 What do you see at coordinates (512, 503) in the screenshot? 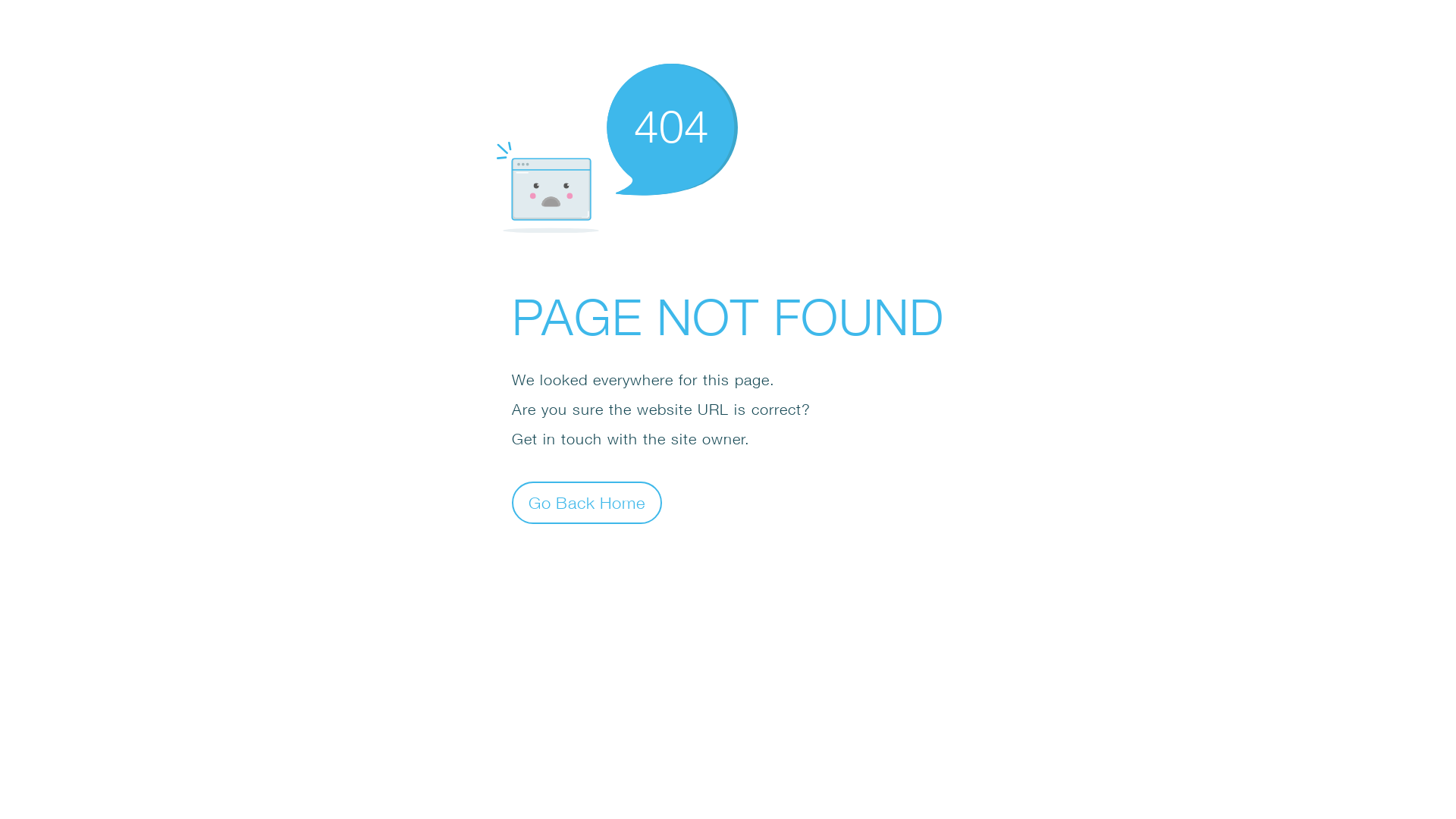
I see `'Go Back Home'` at bounding box center [512, 503].